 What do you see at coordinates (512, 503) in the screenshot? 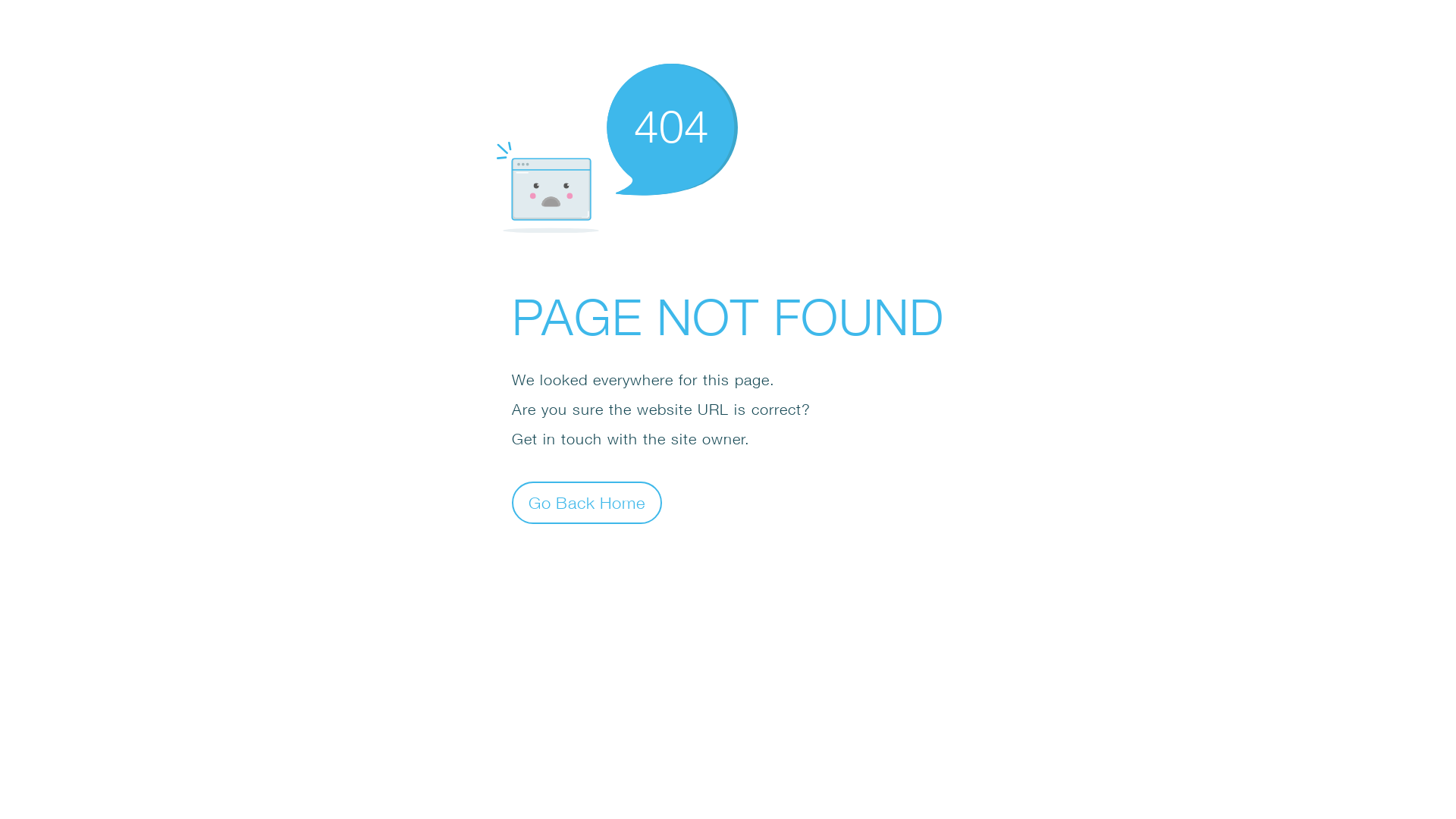
I see `'Go Back Home'` at bounding box center [512, 503].